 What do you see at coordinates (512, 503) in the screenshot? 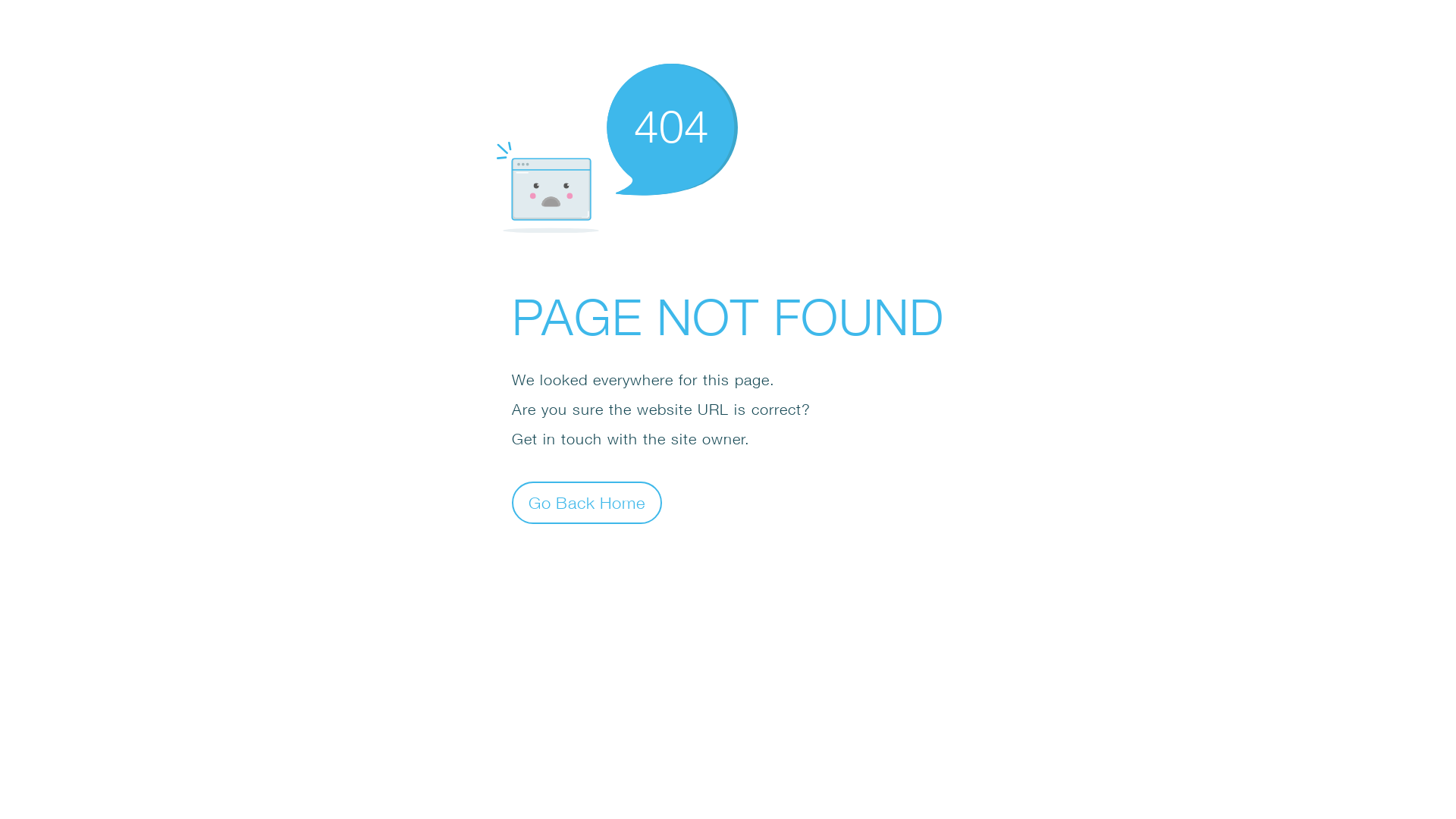
I see `'Go Back Home'` at bounding box center [512, 503].